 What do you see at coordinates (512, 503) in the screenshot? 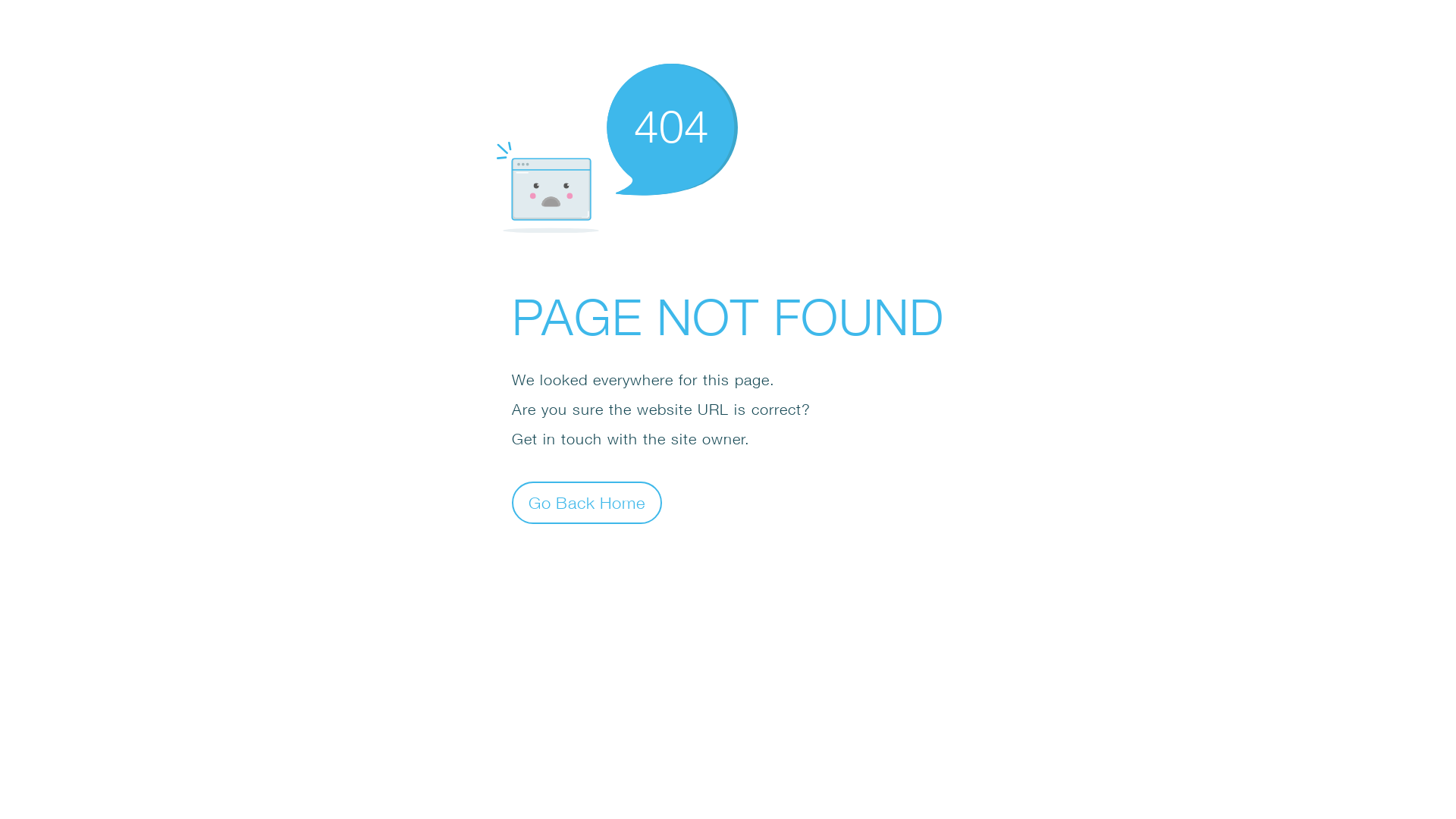
I see `'Go Back Home'` at bounding box center [512, 503].